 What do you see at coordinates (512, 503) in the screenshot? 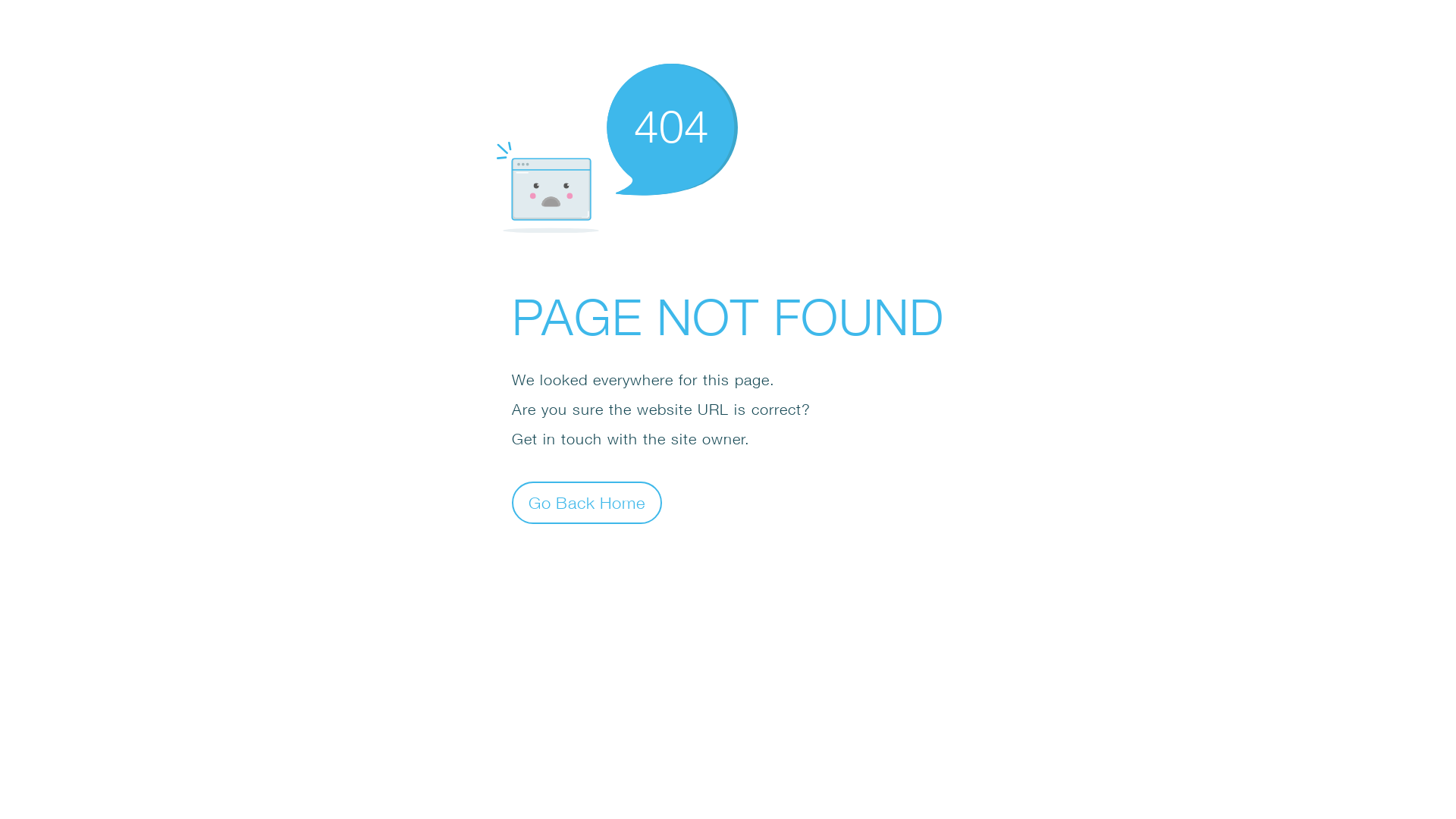
I see `'Go Back Home'` at bounding box center [512, 503].